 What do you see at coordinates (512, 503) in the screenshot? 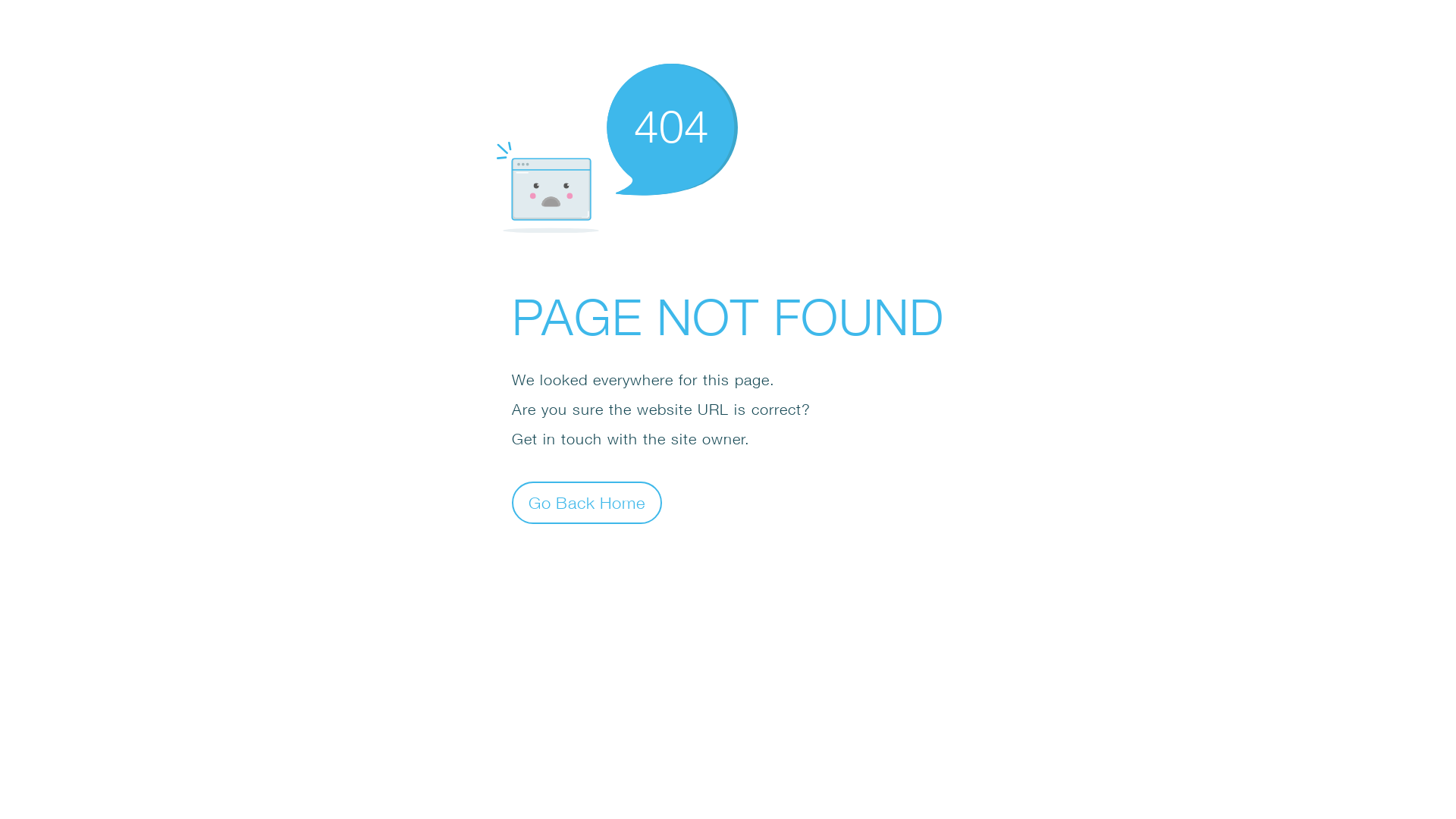
I see `'Go Back Home'` at bounding box center [512, 503].